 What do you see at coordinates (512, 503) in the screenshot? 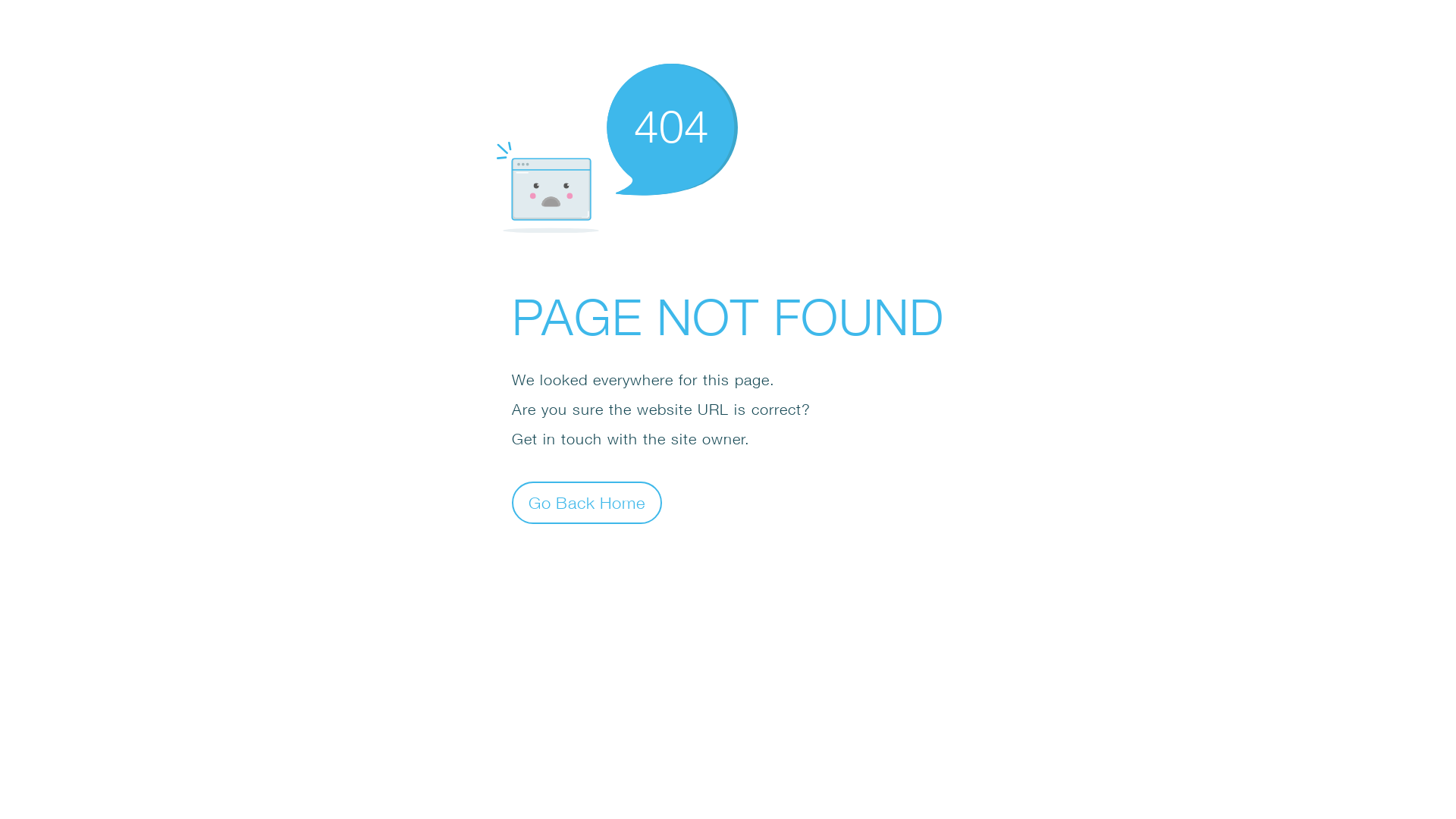
I see `'Go Back Home'` at bounding box center [512, 503].